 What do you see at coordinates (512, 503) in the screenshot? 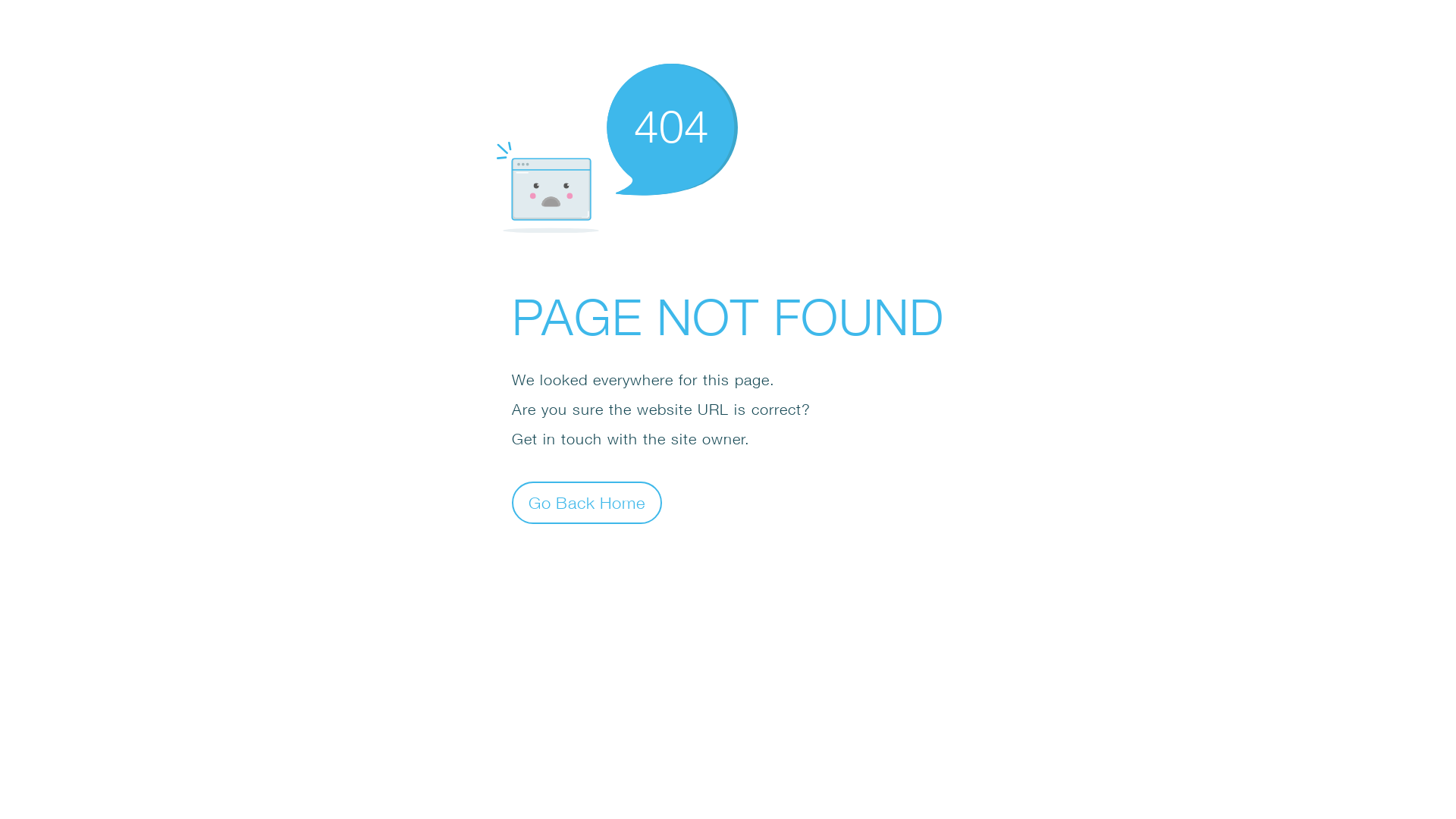
I see `'Go Back Home'` at bounding box center [512, 503].